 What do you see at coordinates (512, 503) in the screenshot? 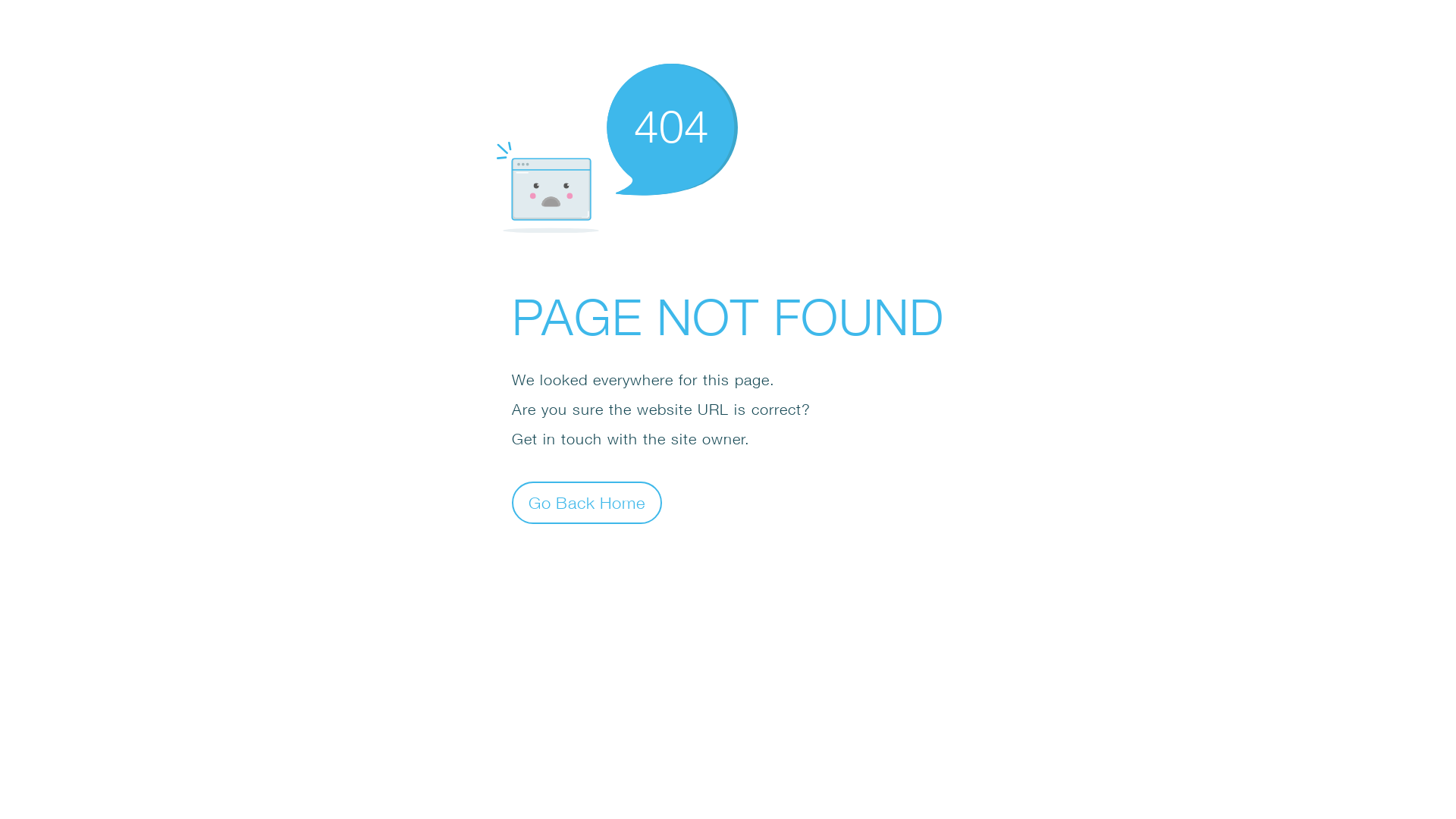
I see `'Go Back Home'` at bounding box center [512, 503].